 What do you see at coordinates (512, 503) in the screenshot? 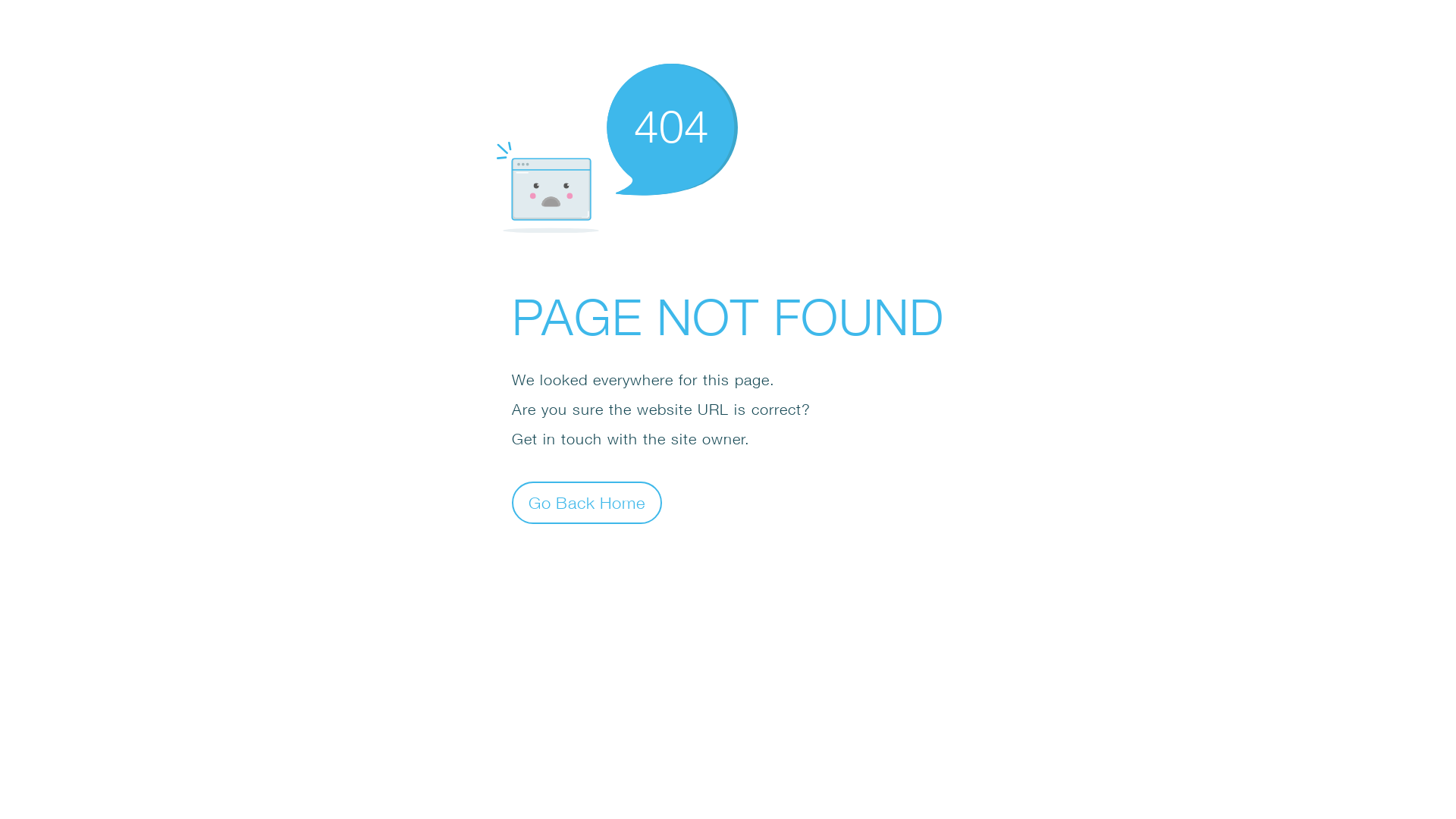
I see `'Go Back Home'` at bounding box center [512, 503].